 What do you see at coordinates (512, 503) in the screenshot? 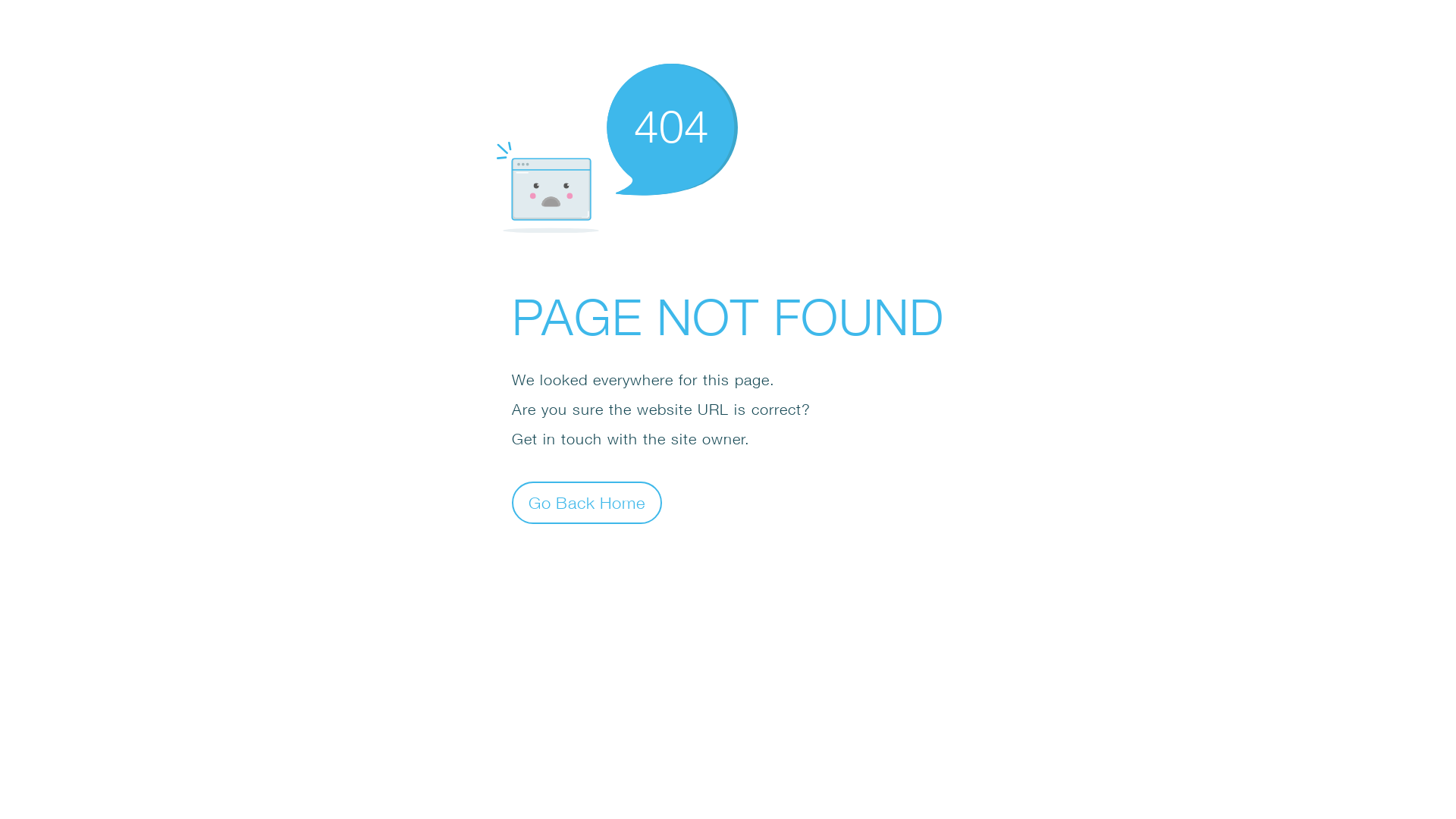
I see `'Go Back Home'` at bounding box center [512, 503].